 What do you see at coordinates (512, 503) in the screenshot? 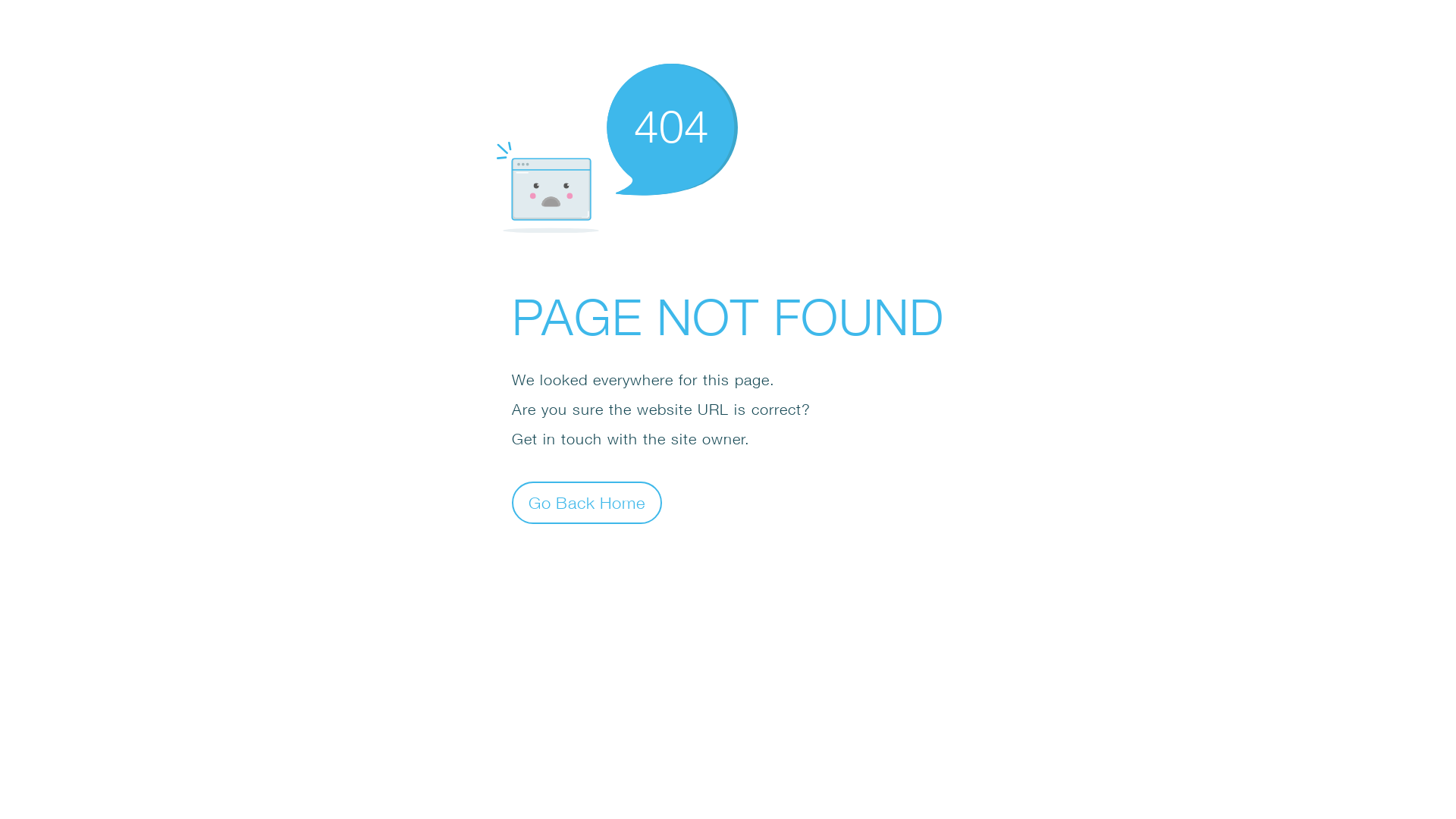
I see `'Go Back Home'` at bounding box center [512, 503].